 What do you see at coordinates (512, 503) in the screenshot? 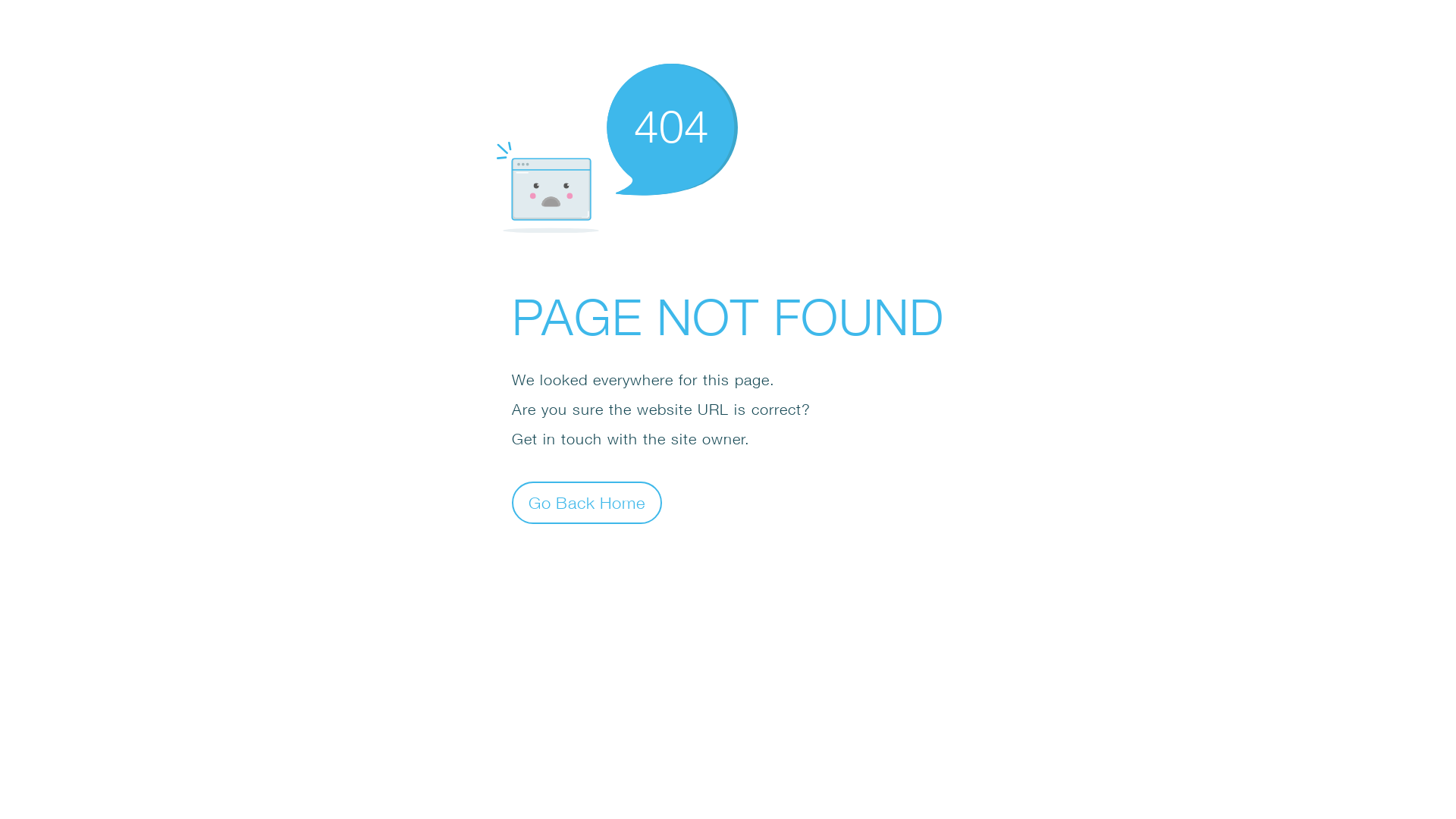
I see `'Go Back Home'` at bounding box center [512, 503].